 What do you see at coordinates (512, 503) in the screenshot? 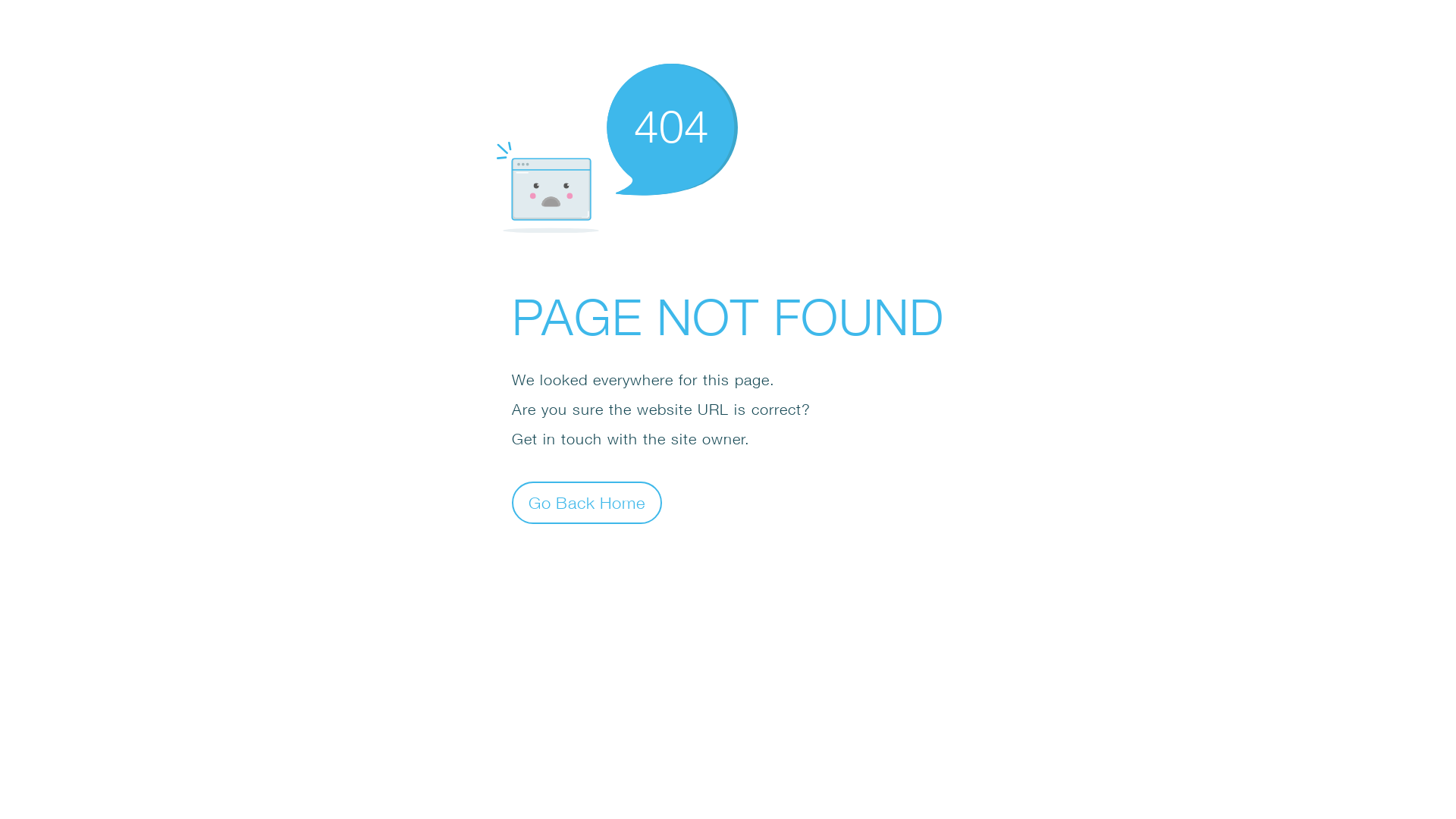
I see `'Go Back Home'` at bounding box center [512, 503].